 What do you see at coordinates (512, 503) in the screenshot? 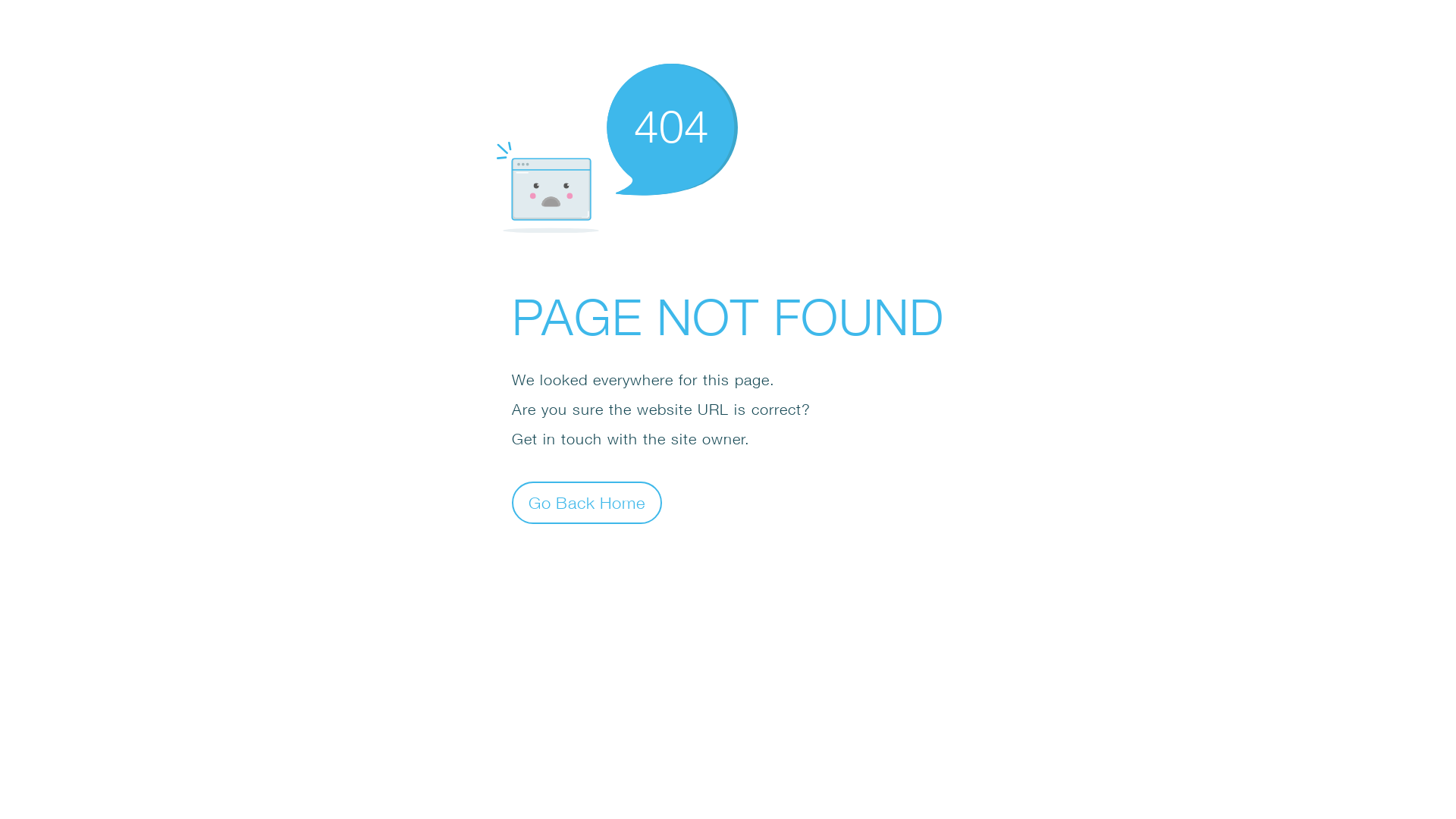
I see `'Go Back Home'` at bounding box center [512, 503].